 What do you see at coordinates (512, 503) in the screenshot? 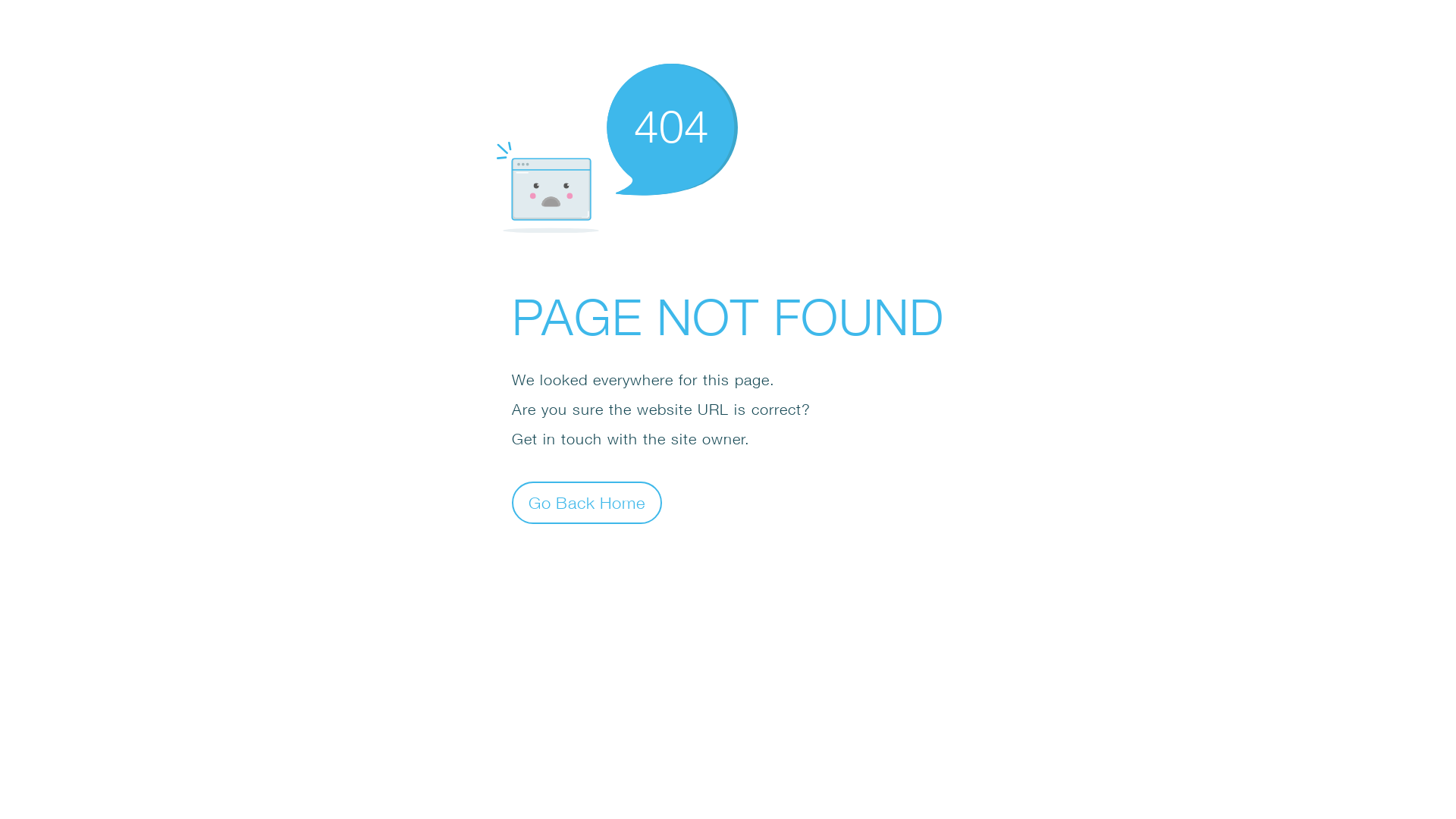
I see `'Go Back Home'` at bounding box center [512, 503].